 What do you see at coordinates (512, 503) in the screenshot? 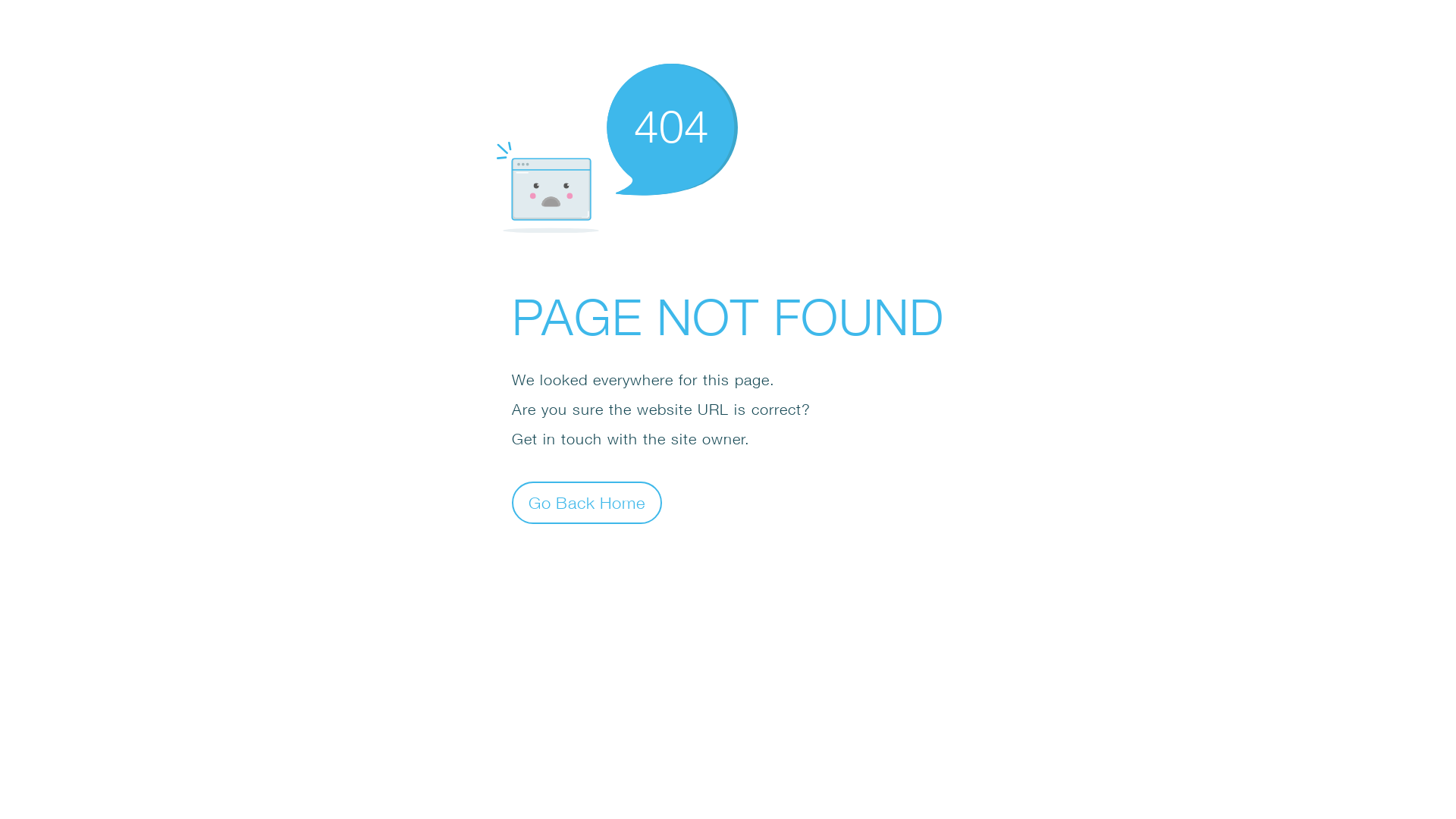
I see `'Go Back Home'` at bounding box center [512, 503].